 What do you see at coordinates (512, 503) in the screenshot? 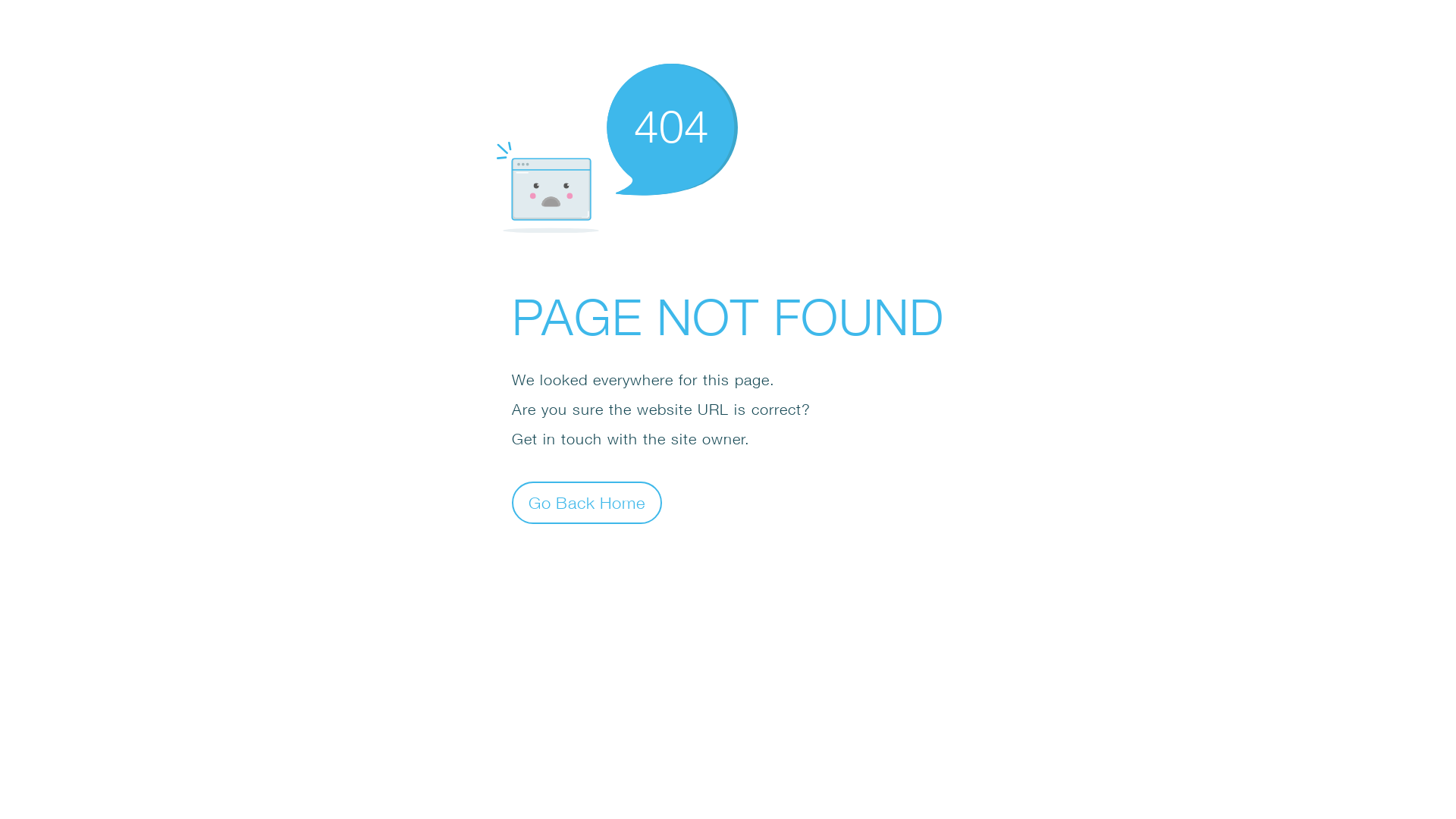
I see `'Go Back Home'` at bounding box center [512, 503].